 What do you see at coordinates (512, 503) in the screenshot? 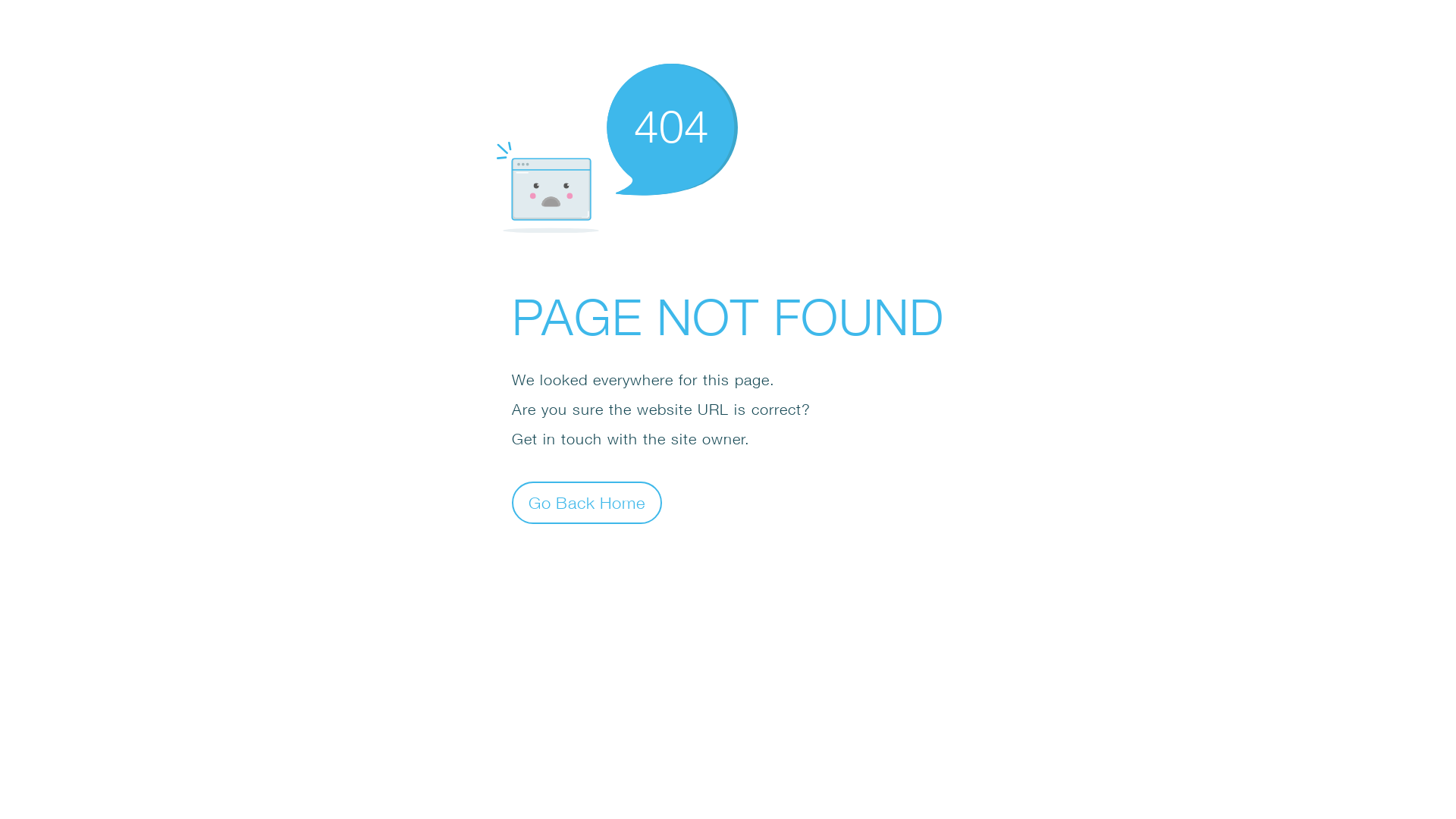
I see `'Go Back Home'` at bounding box center [512, 503].